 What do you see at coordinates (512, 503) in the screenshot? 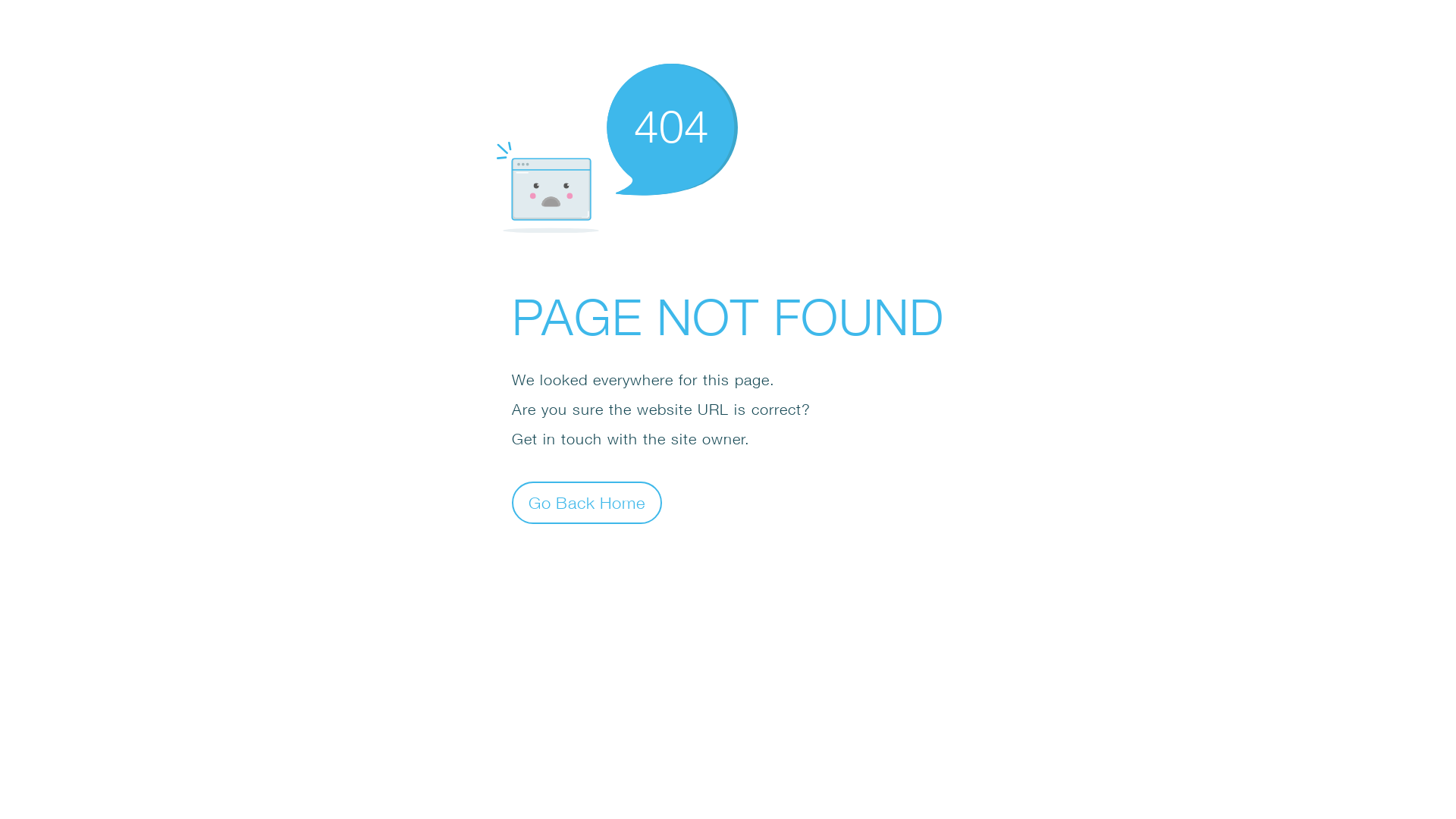
I see `'Go Back Home'` at bounding box center [512, 503].